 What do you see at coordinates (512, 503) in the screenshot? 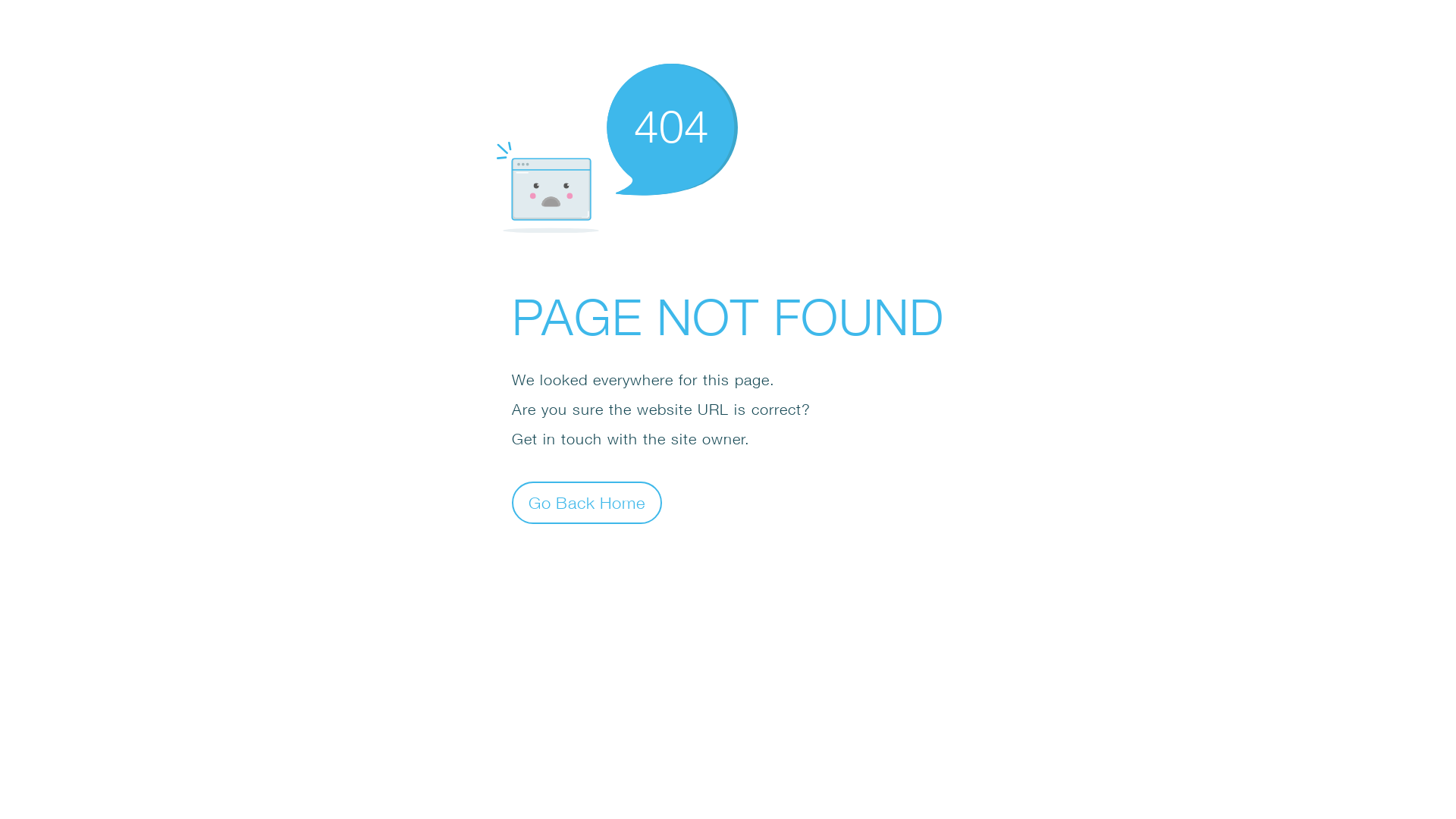
I see `'Go Back Home'` at bounding box center [512, 503].